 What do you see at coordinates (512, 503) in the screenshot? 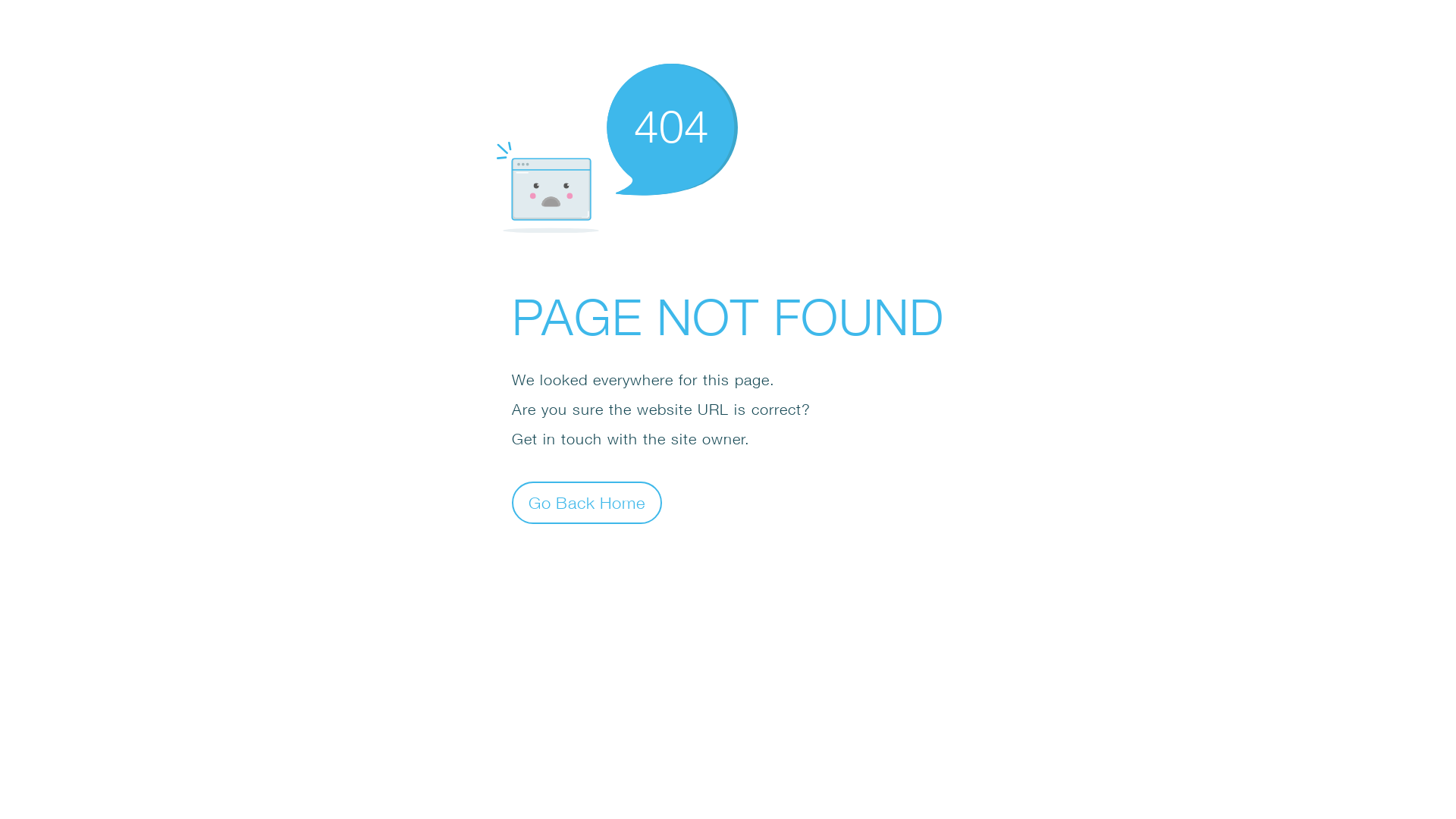
I see `'Go Back Home'` at bounding box center [512, 503].